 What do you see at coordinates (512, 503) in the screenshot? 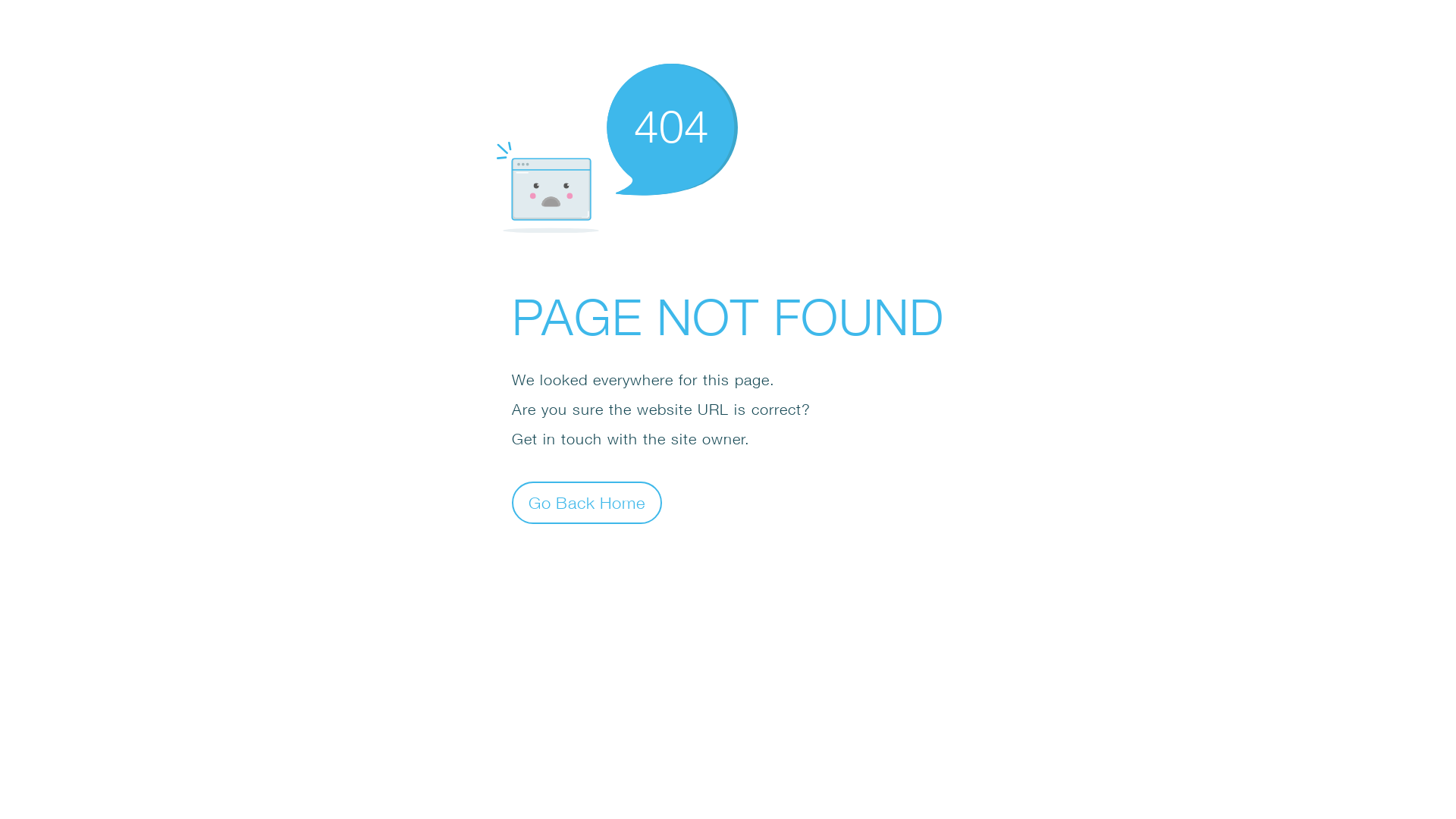
I see `'Go Back Home'` at bounding box center [512, 503].